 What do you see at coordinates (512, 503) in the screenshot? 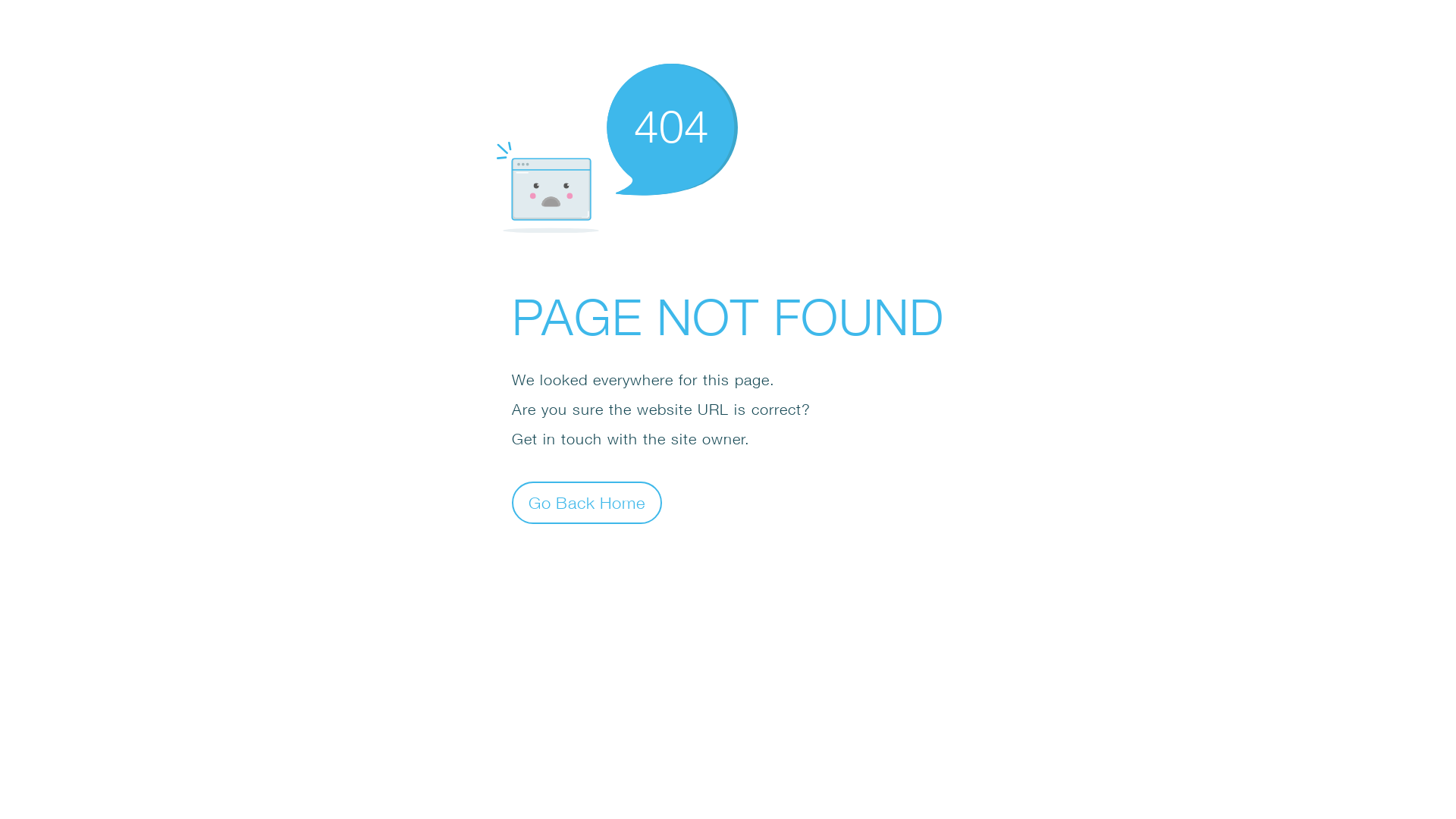
I see `'Go Back Home'` at bounding box center [512, 503].